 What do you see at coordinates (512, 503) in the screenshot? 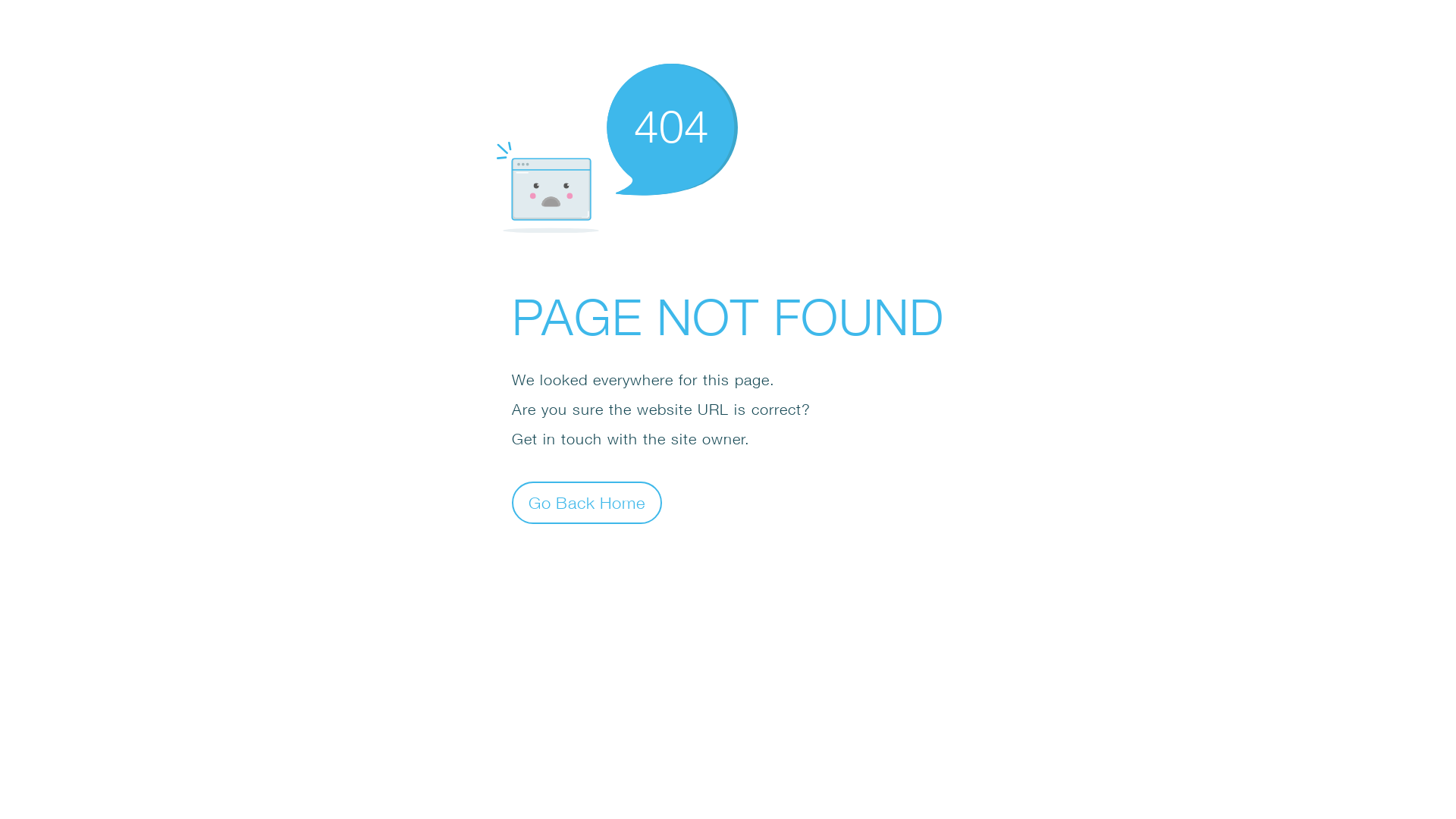
I see `'Go Back Home'` at bounding box center [512, 503].